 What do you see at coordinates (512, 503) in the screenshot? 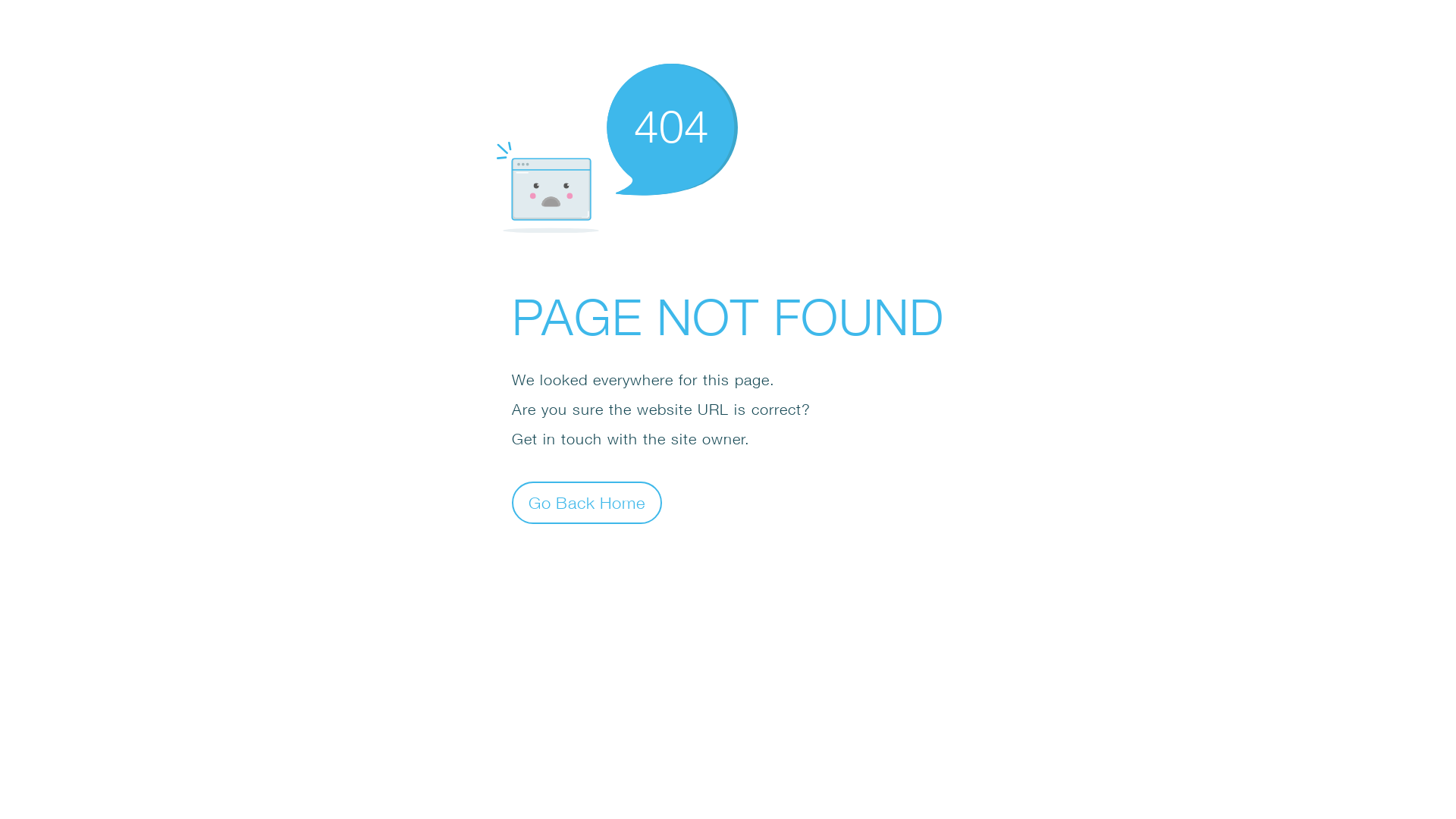
I see `'Go Back Home'` at bounding box center [512, 503].